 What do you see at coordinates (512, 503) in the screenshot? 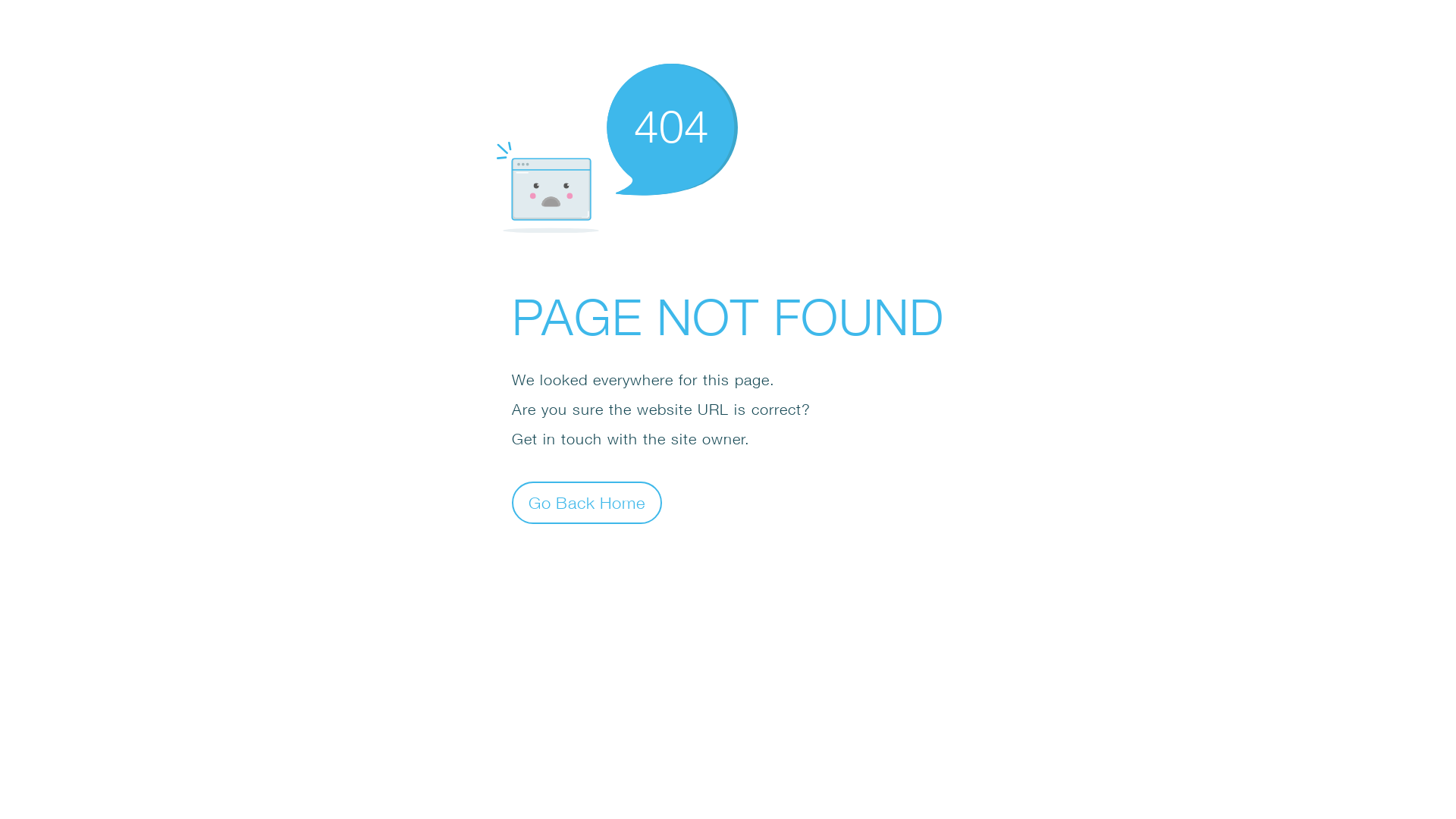
I see `'Go Back Home'` at bounding box center [512, 503].